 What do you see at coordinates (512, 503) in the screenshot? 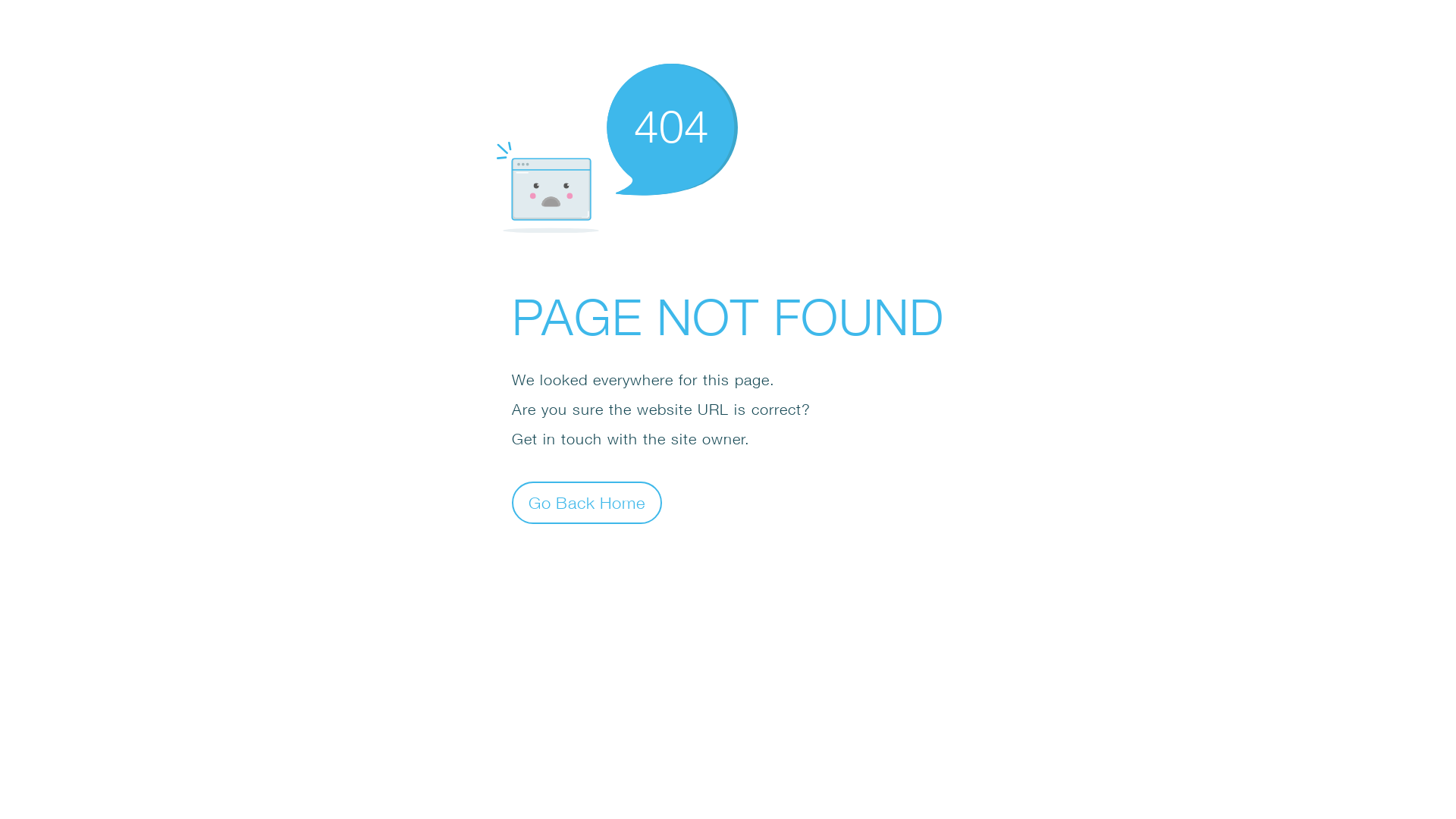
I see `'Go Back Home'` at bounding box center [512, 503].